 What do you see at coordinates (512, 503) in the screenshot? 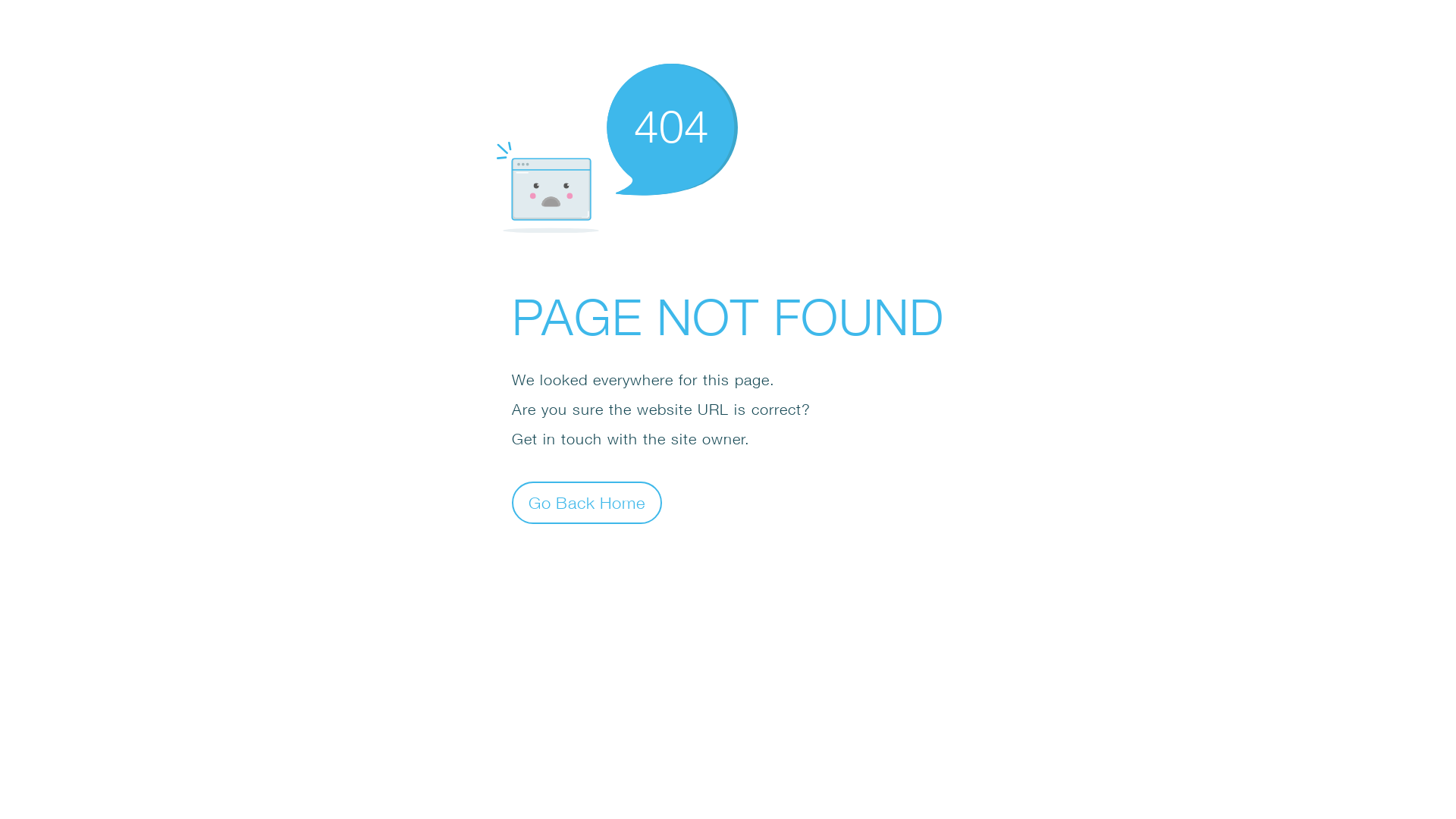
I see `'Go Back Home'` at bounding box center [512, 503].